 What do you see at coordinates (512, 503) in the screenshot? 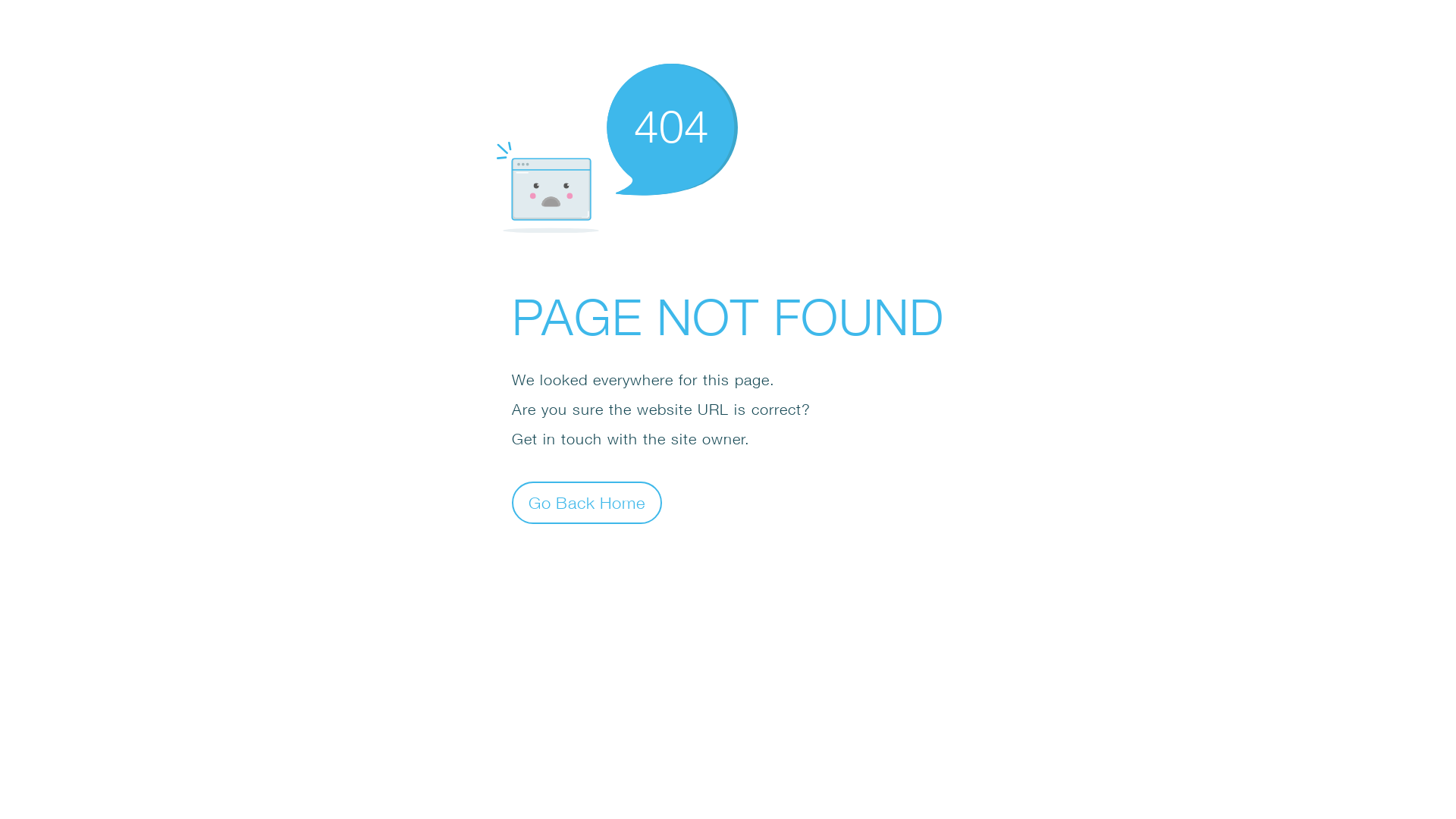
I see `'Go Back Home'` at bounding box center [512, 503].